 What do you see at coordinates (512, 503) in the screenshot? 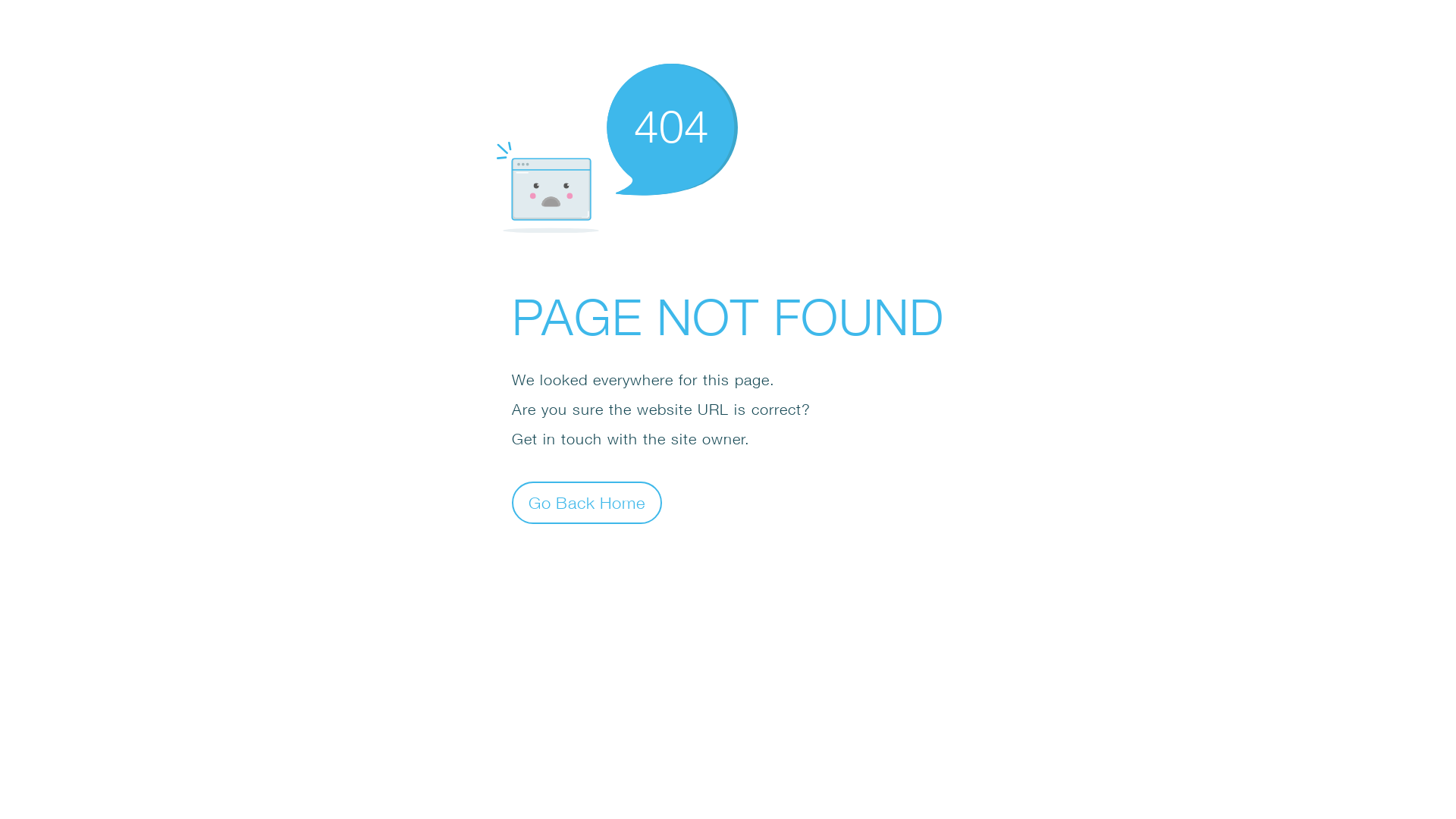
I see `'Go Back Home'` at bounding box center [512, 503].